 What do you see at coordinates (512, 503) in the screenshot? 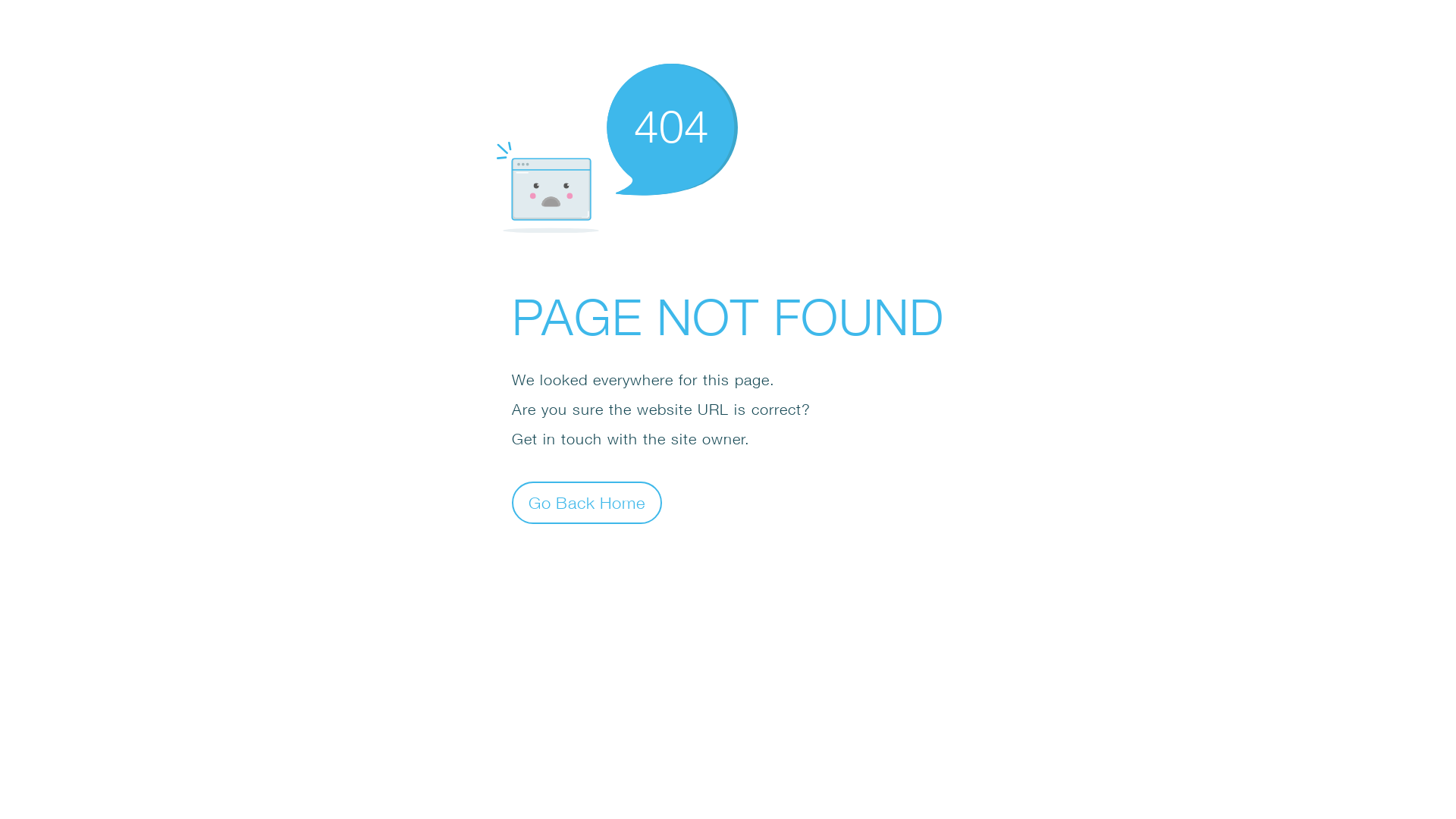
I see `'Go Back Home'` at bounding box center [512, 503].